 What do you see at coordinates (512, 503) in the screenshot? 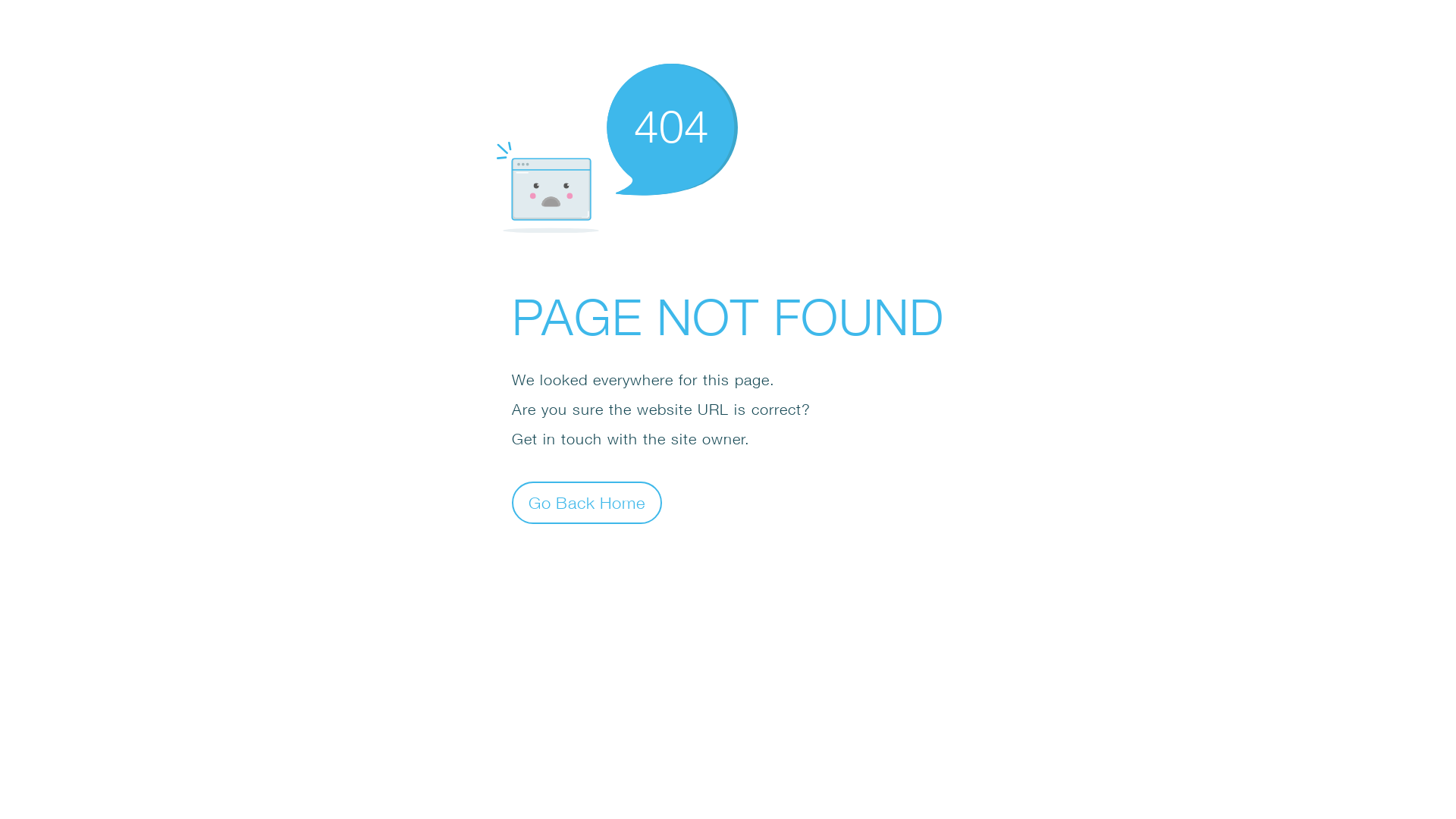
I see `'Go Back Home'` at bounding box center [512, 503].